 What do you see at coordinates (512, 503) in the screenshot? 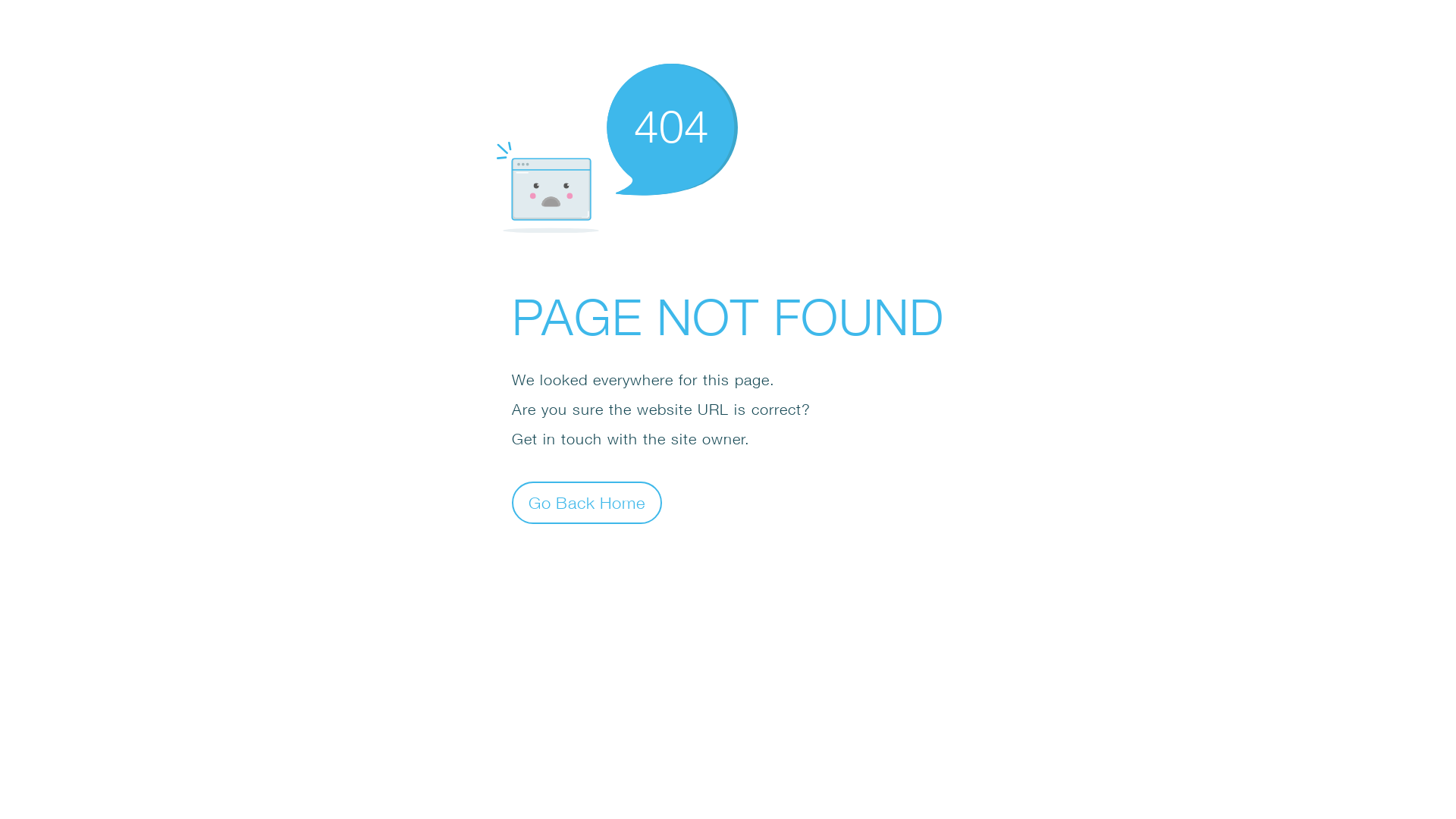
I see `'Go Back Home'` at bounding box center [512, 503].